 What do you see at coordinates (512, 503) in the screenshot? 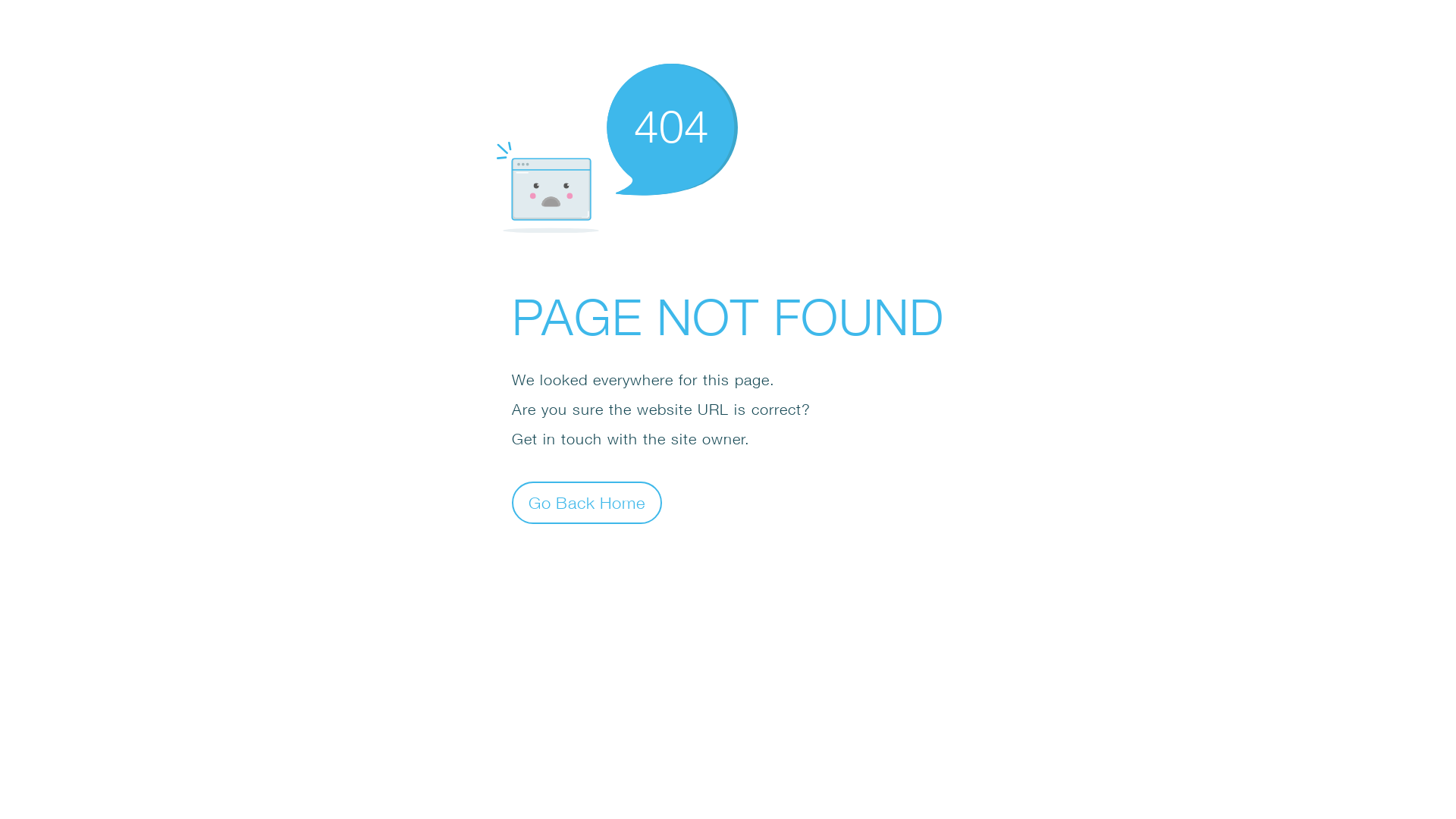
I see `'Go Back Home'` at bounding box center [512, 503].